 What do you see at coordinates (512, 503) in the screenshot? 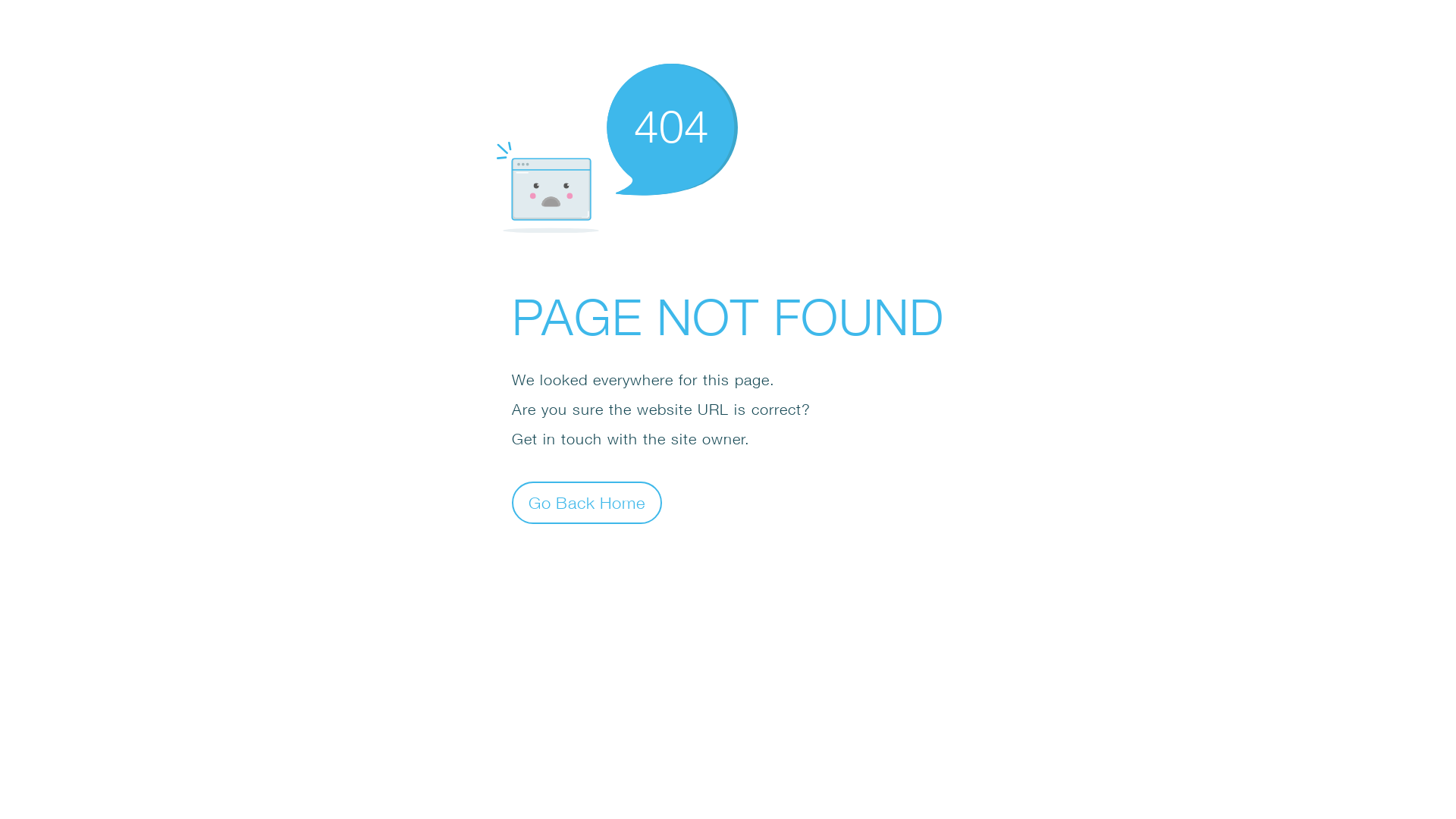
I see `'Go Back Home'` at bounding box center [512, 503].